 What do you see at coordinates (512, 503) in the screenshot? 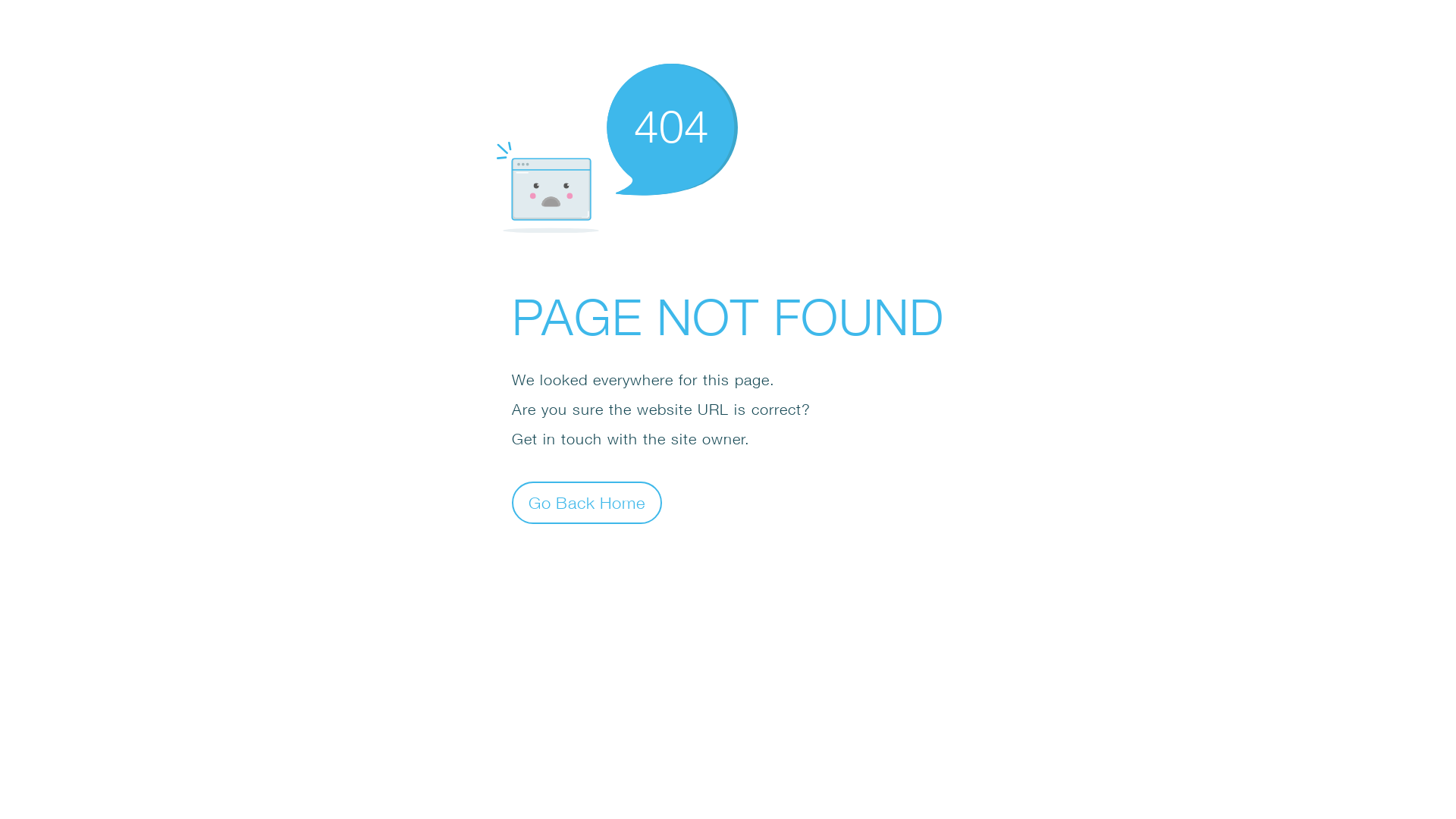
I see `'Go Back Home'` at bounding box center [512, 503].